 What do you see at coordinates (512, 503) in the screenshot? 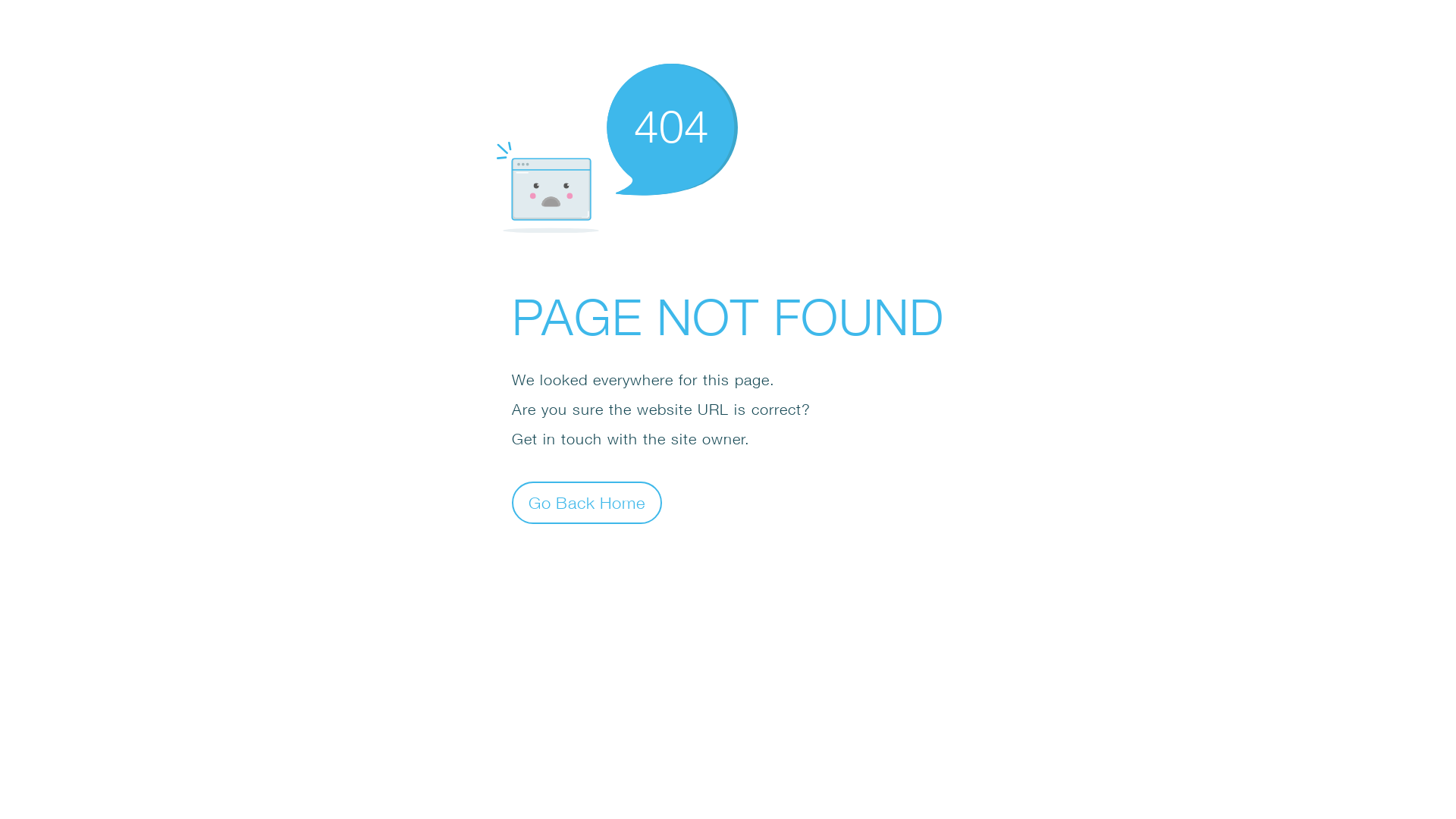
I see `'Go Back Home'` at bounding box center [512, 503].